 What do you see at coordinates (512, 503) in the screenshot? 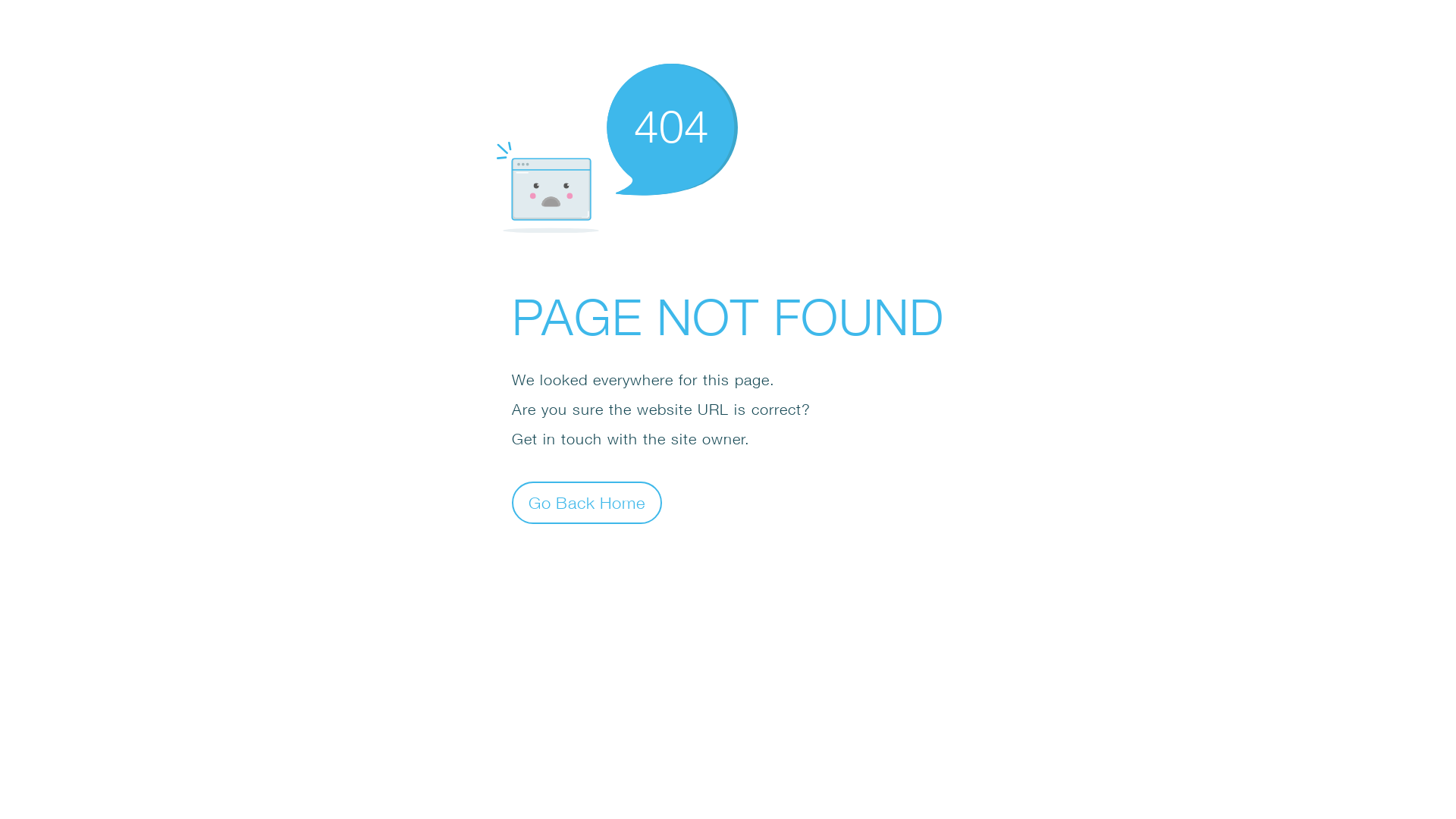
I see `'Go Back Home'` at bounding box center [512, 503].